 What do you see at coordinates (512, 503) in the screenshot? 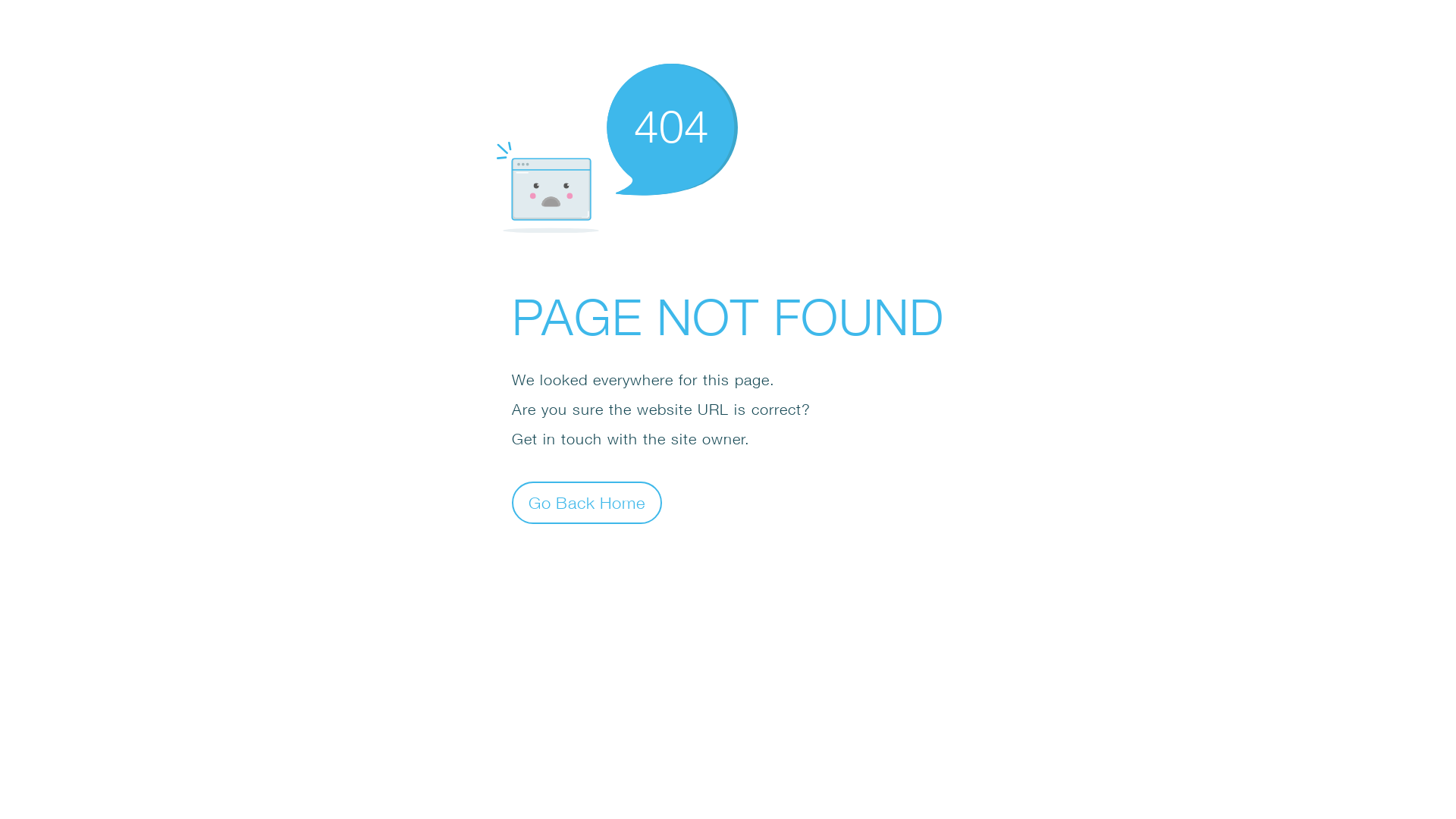
I see `'Go Back Home'` at bounding box center [512, 503].